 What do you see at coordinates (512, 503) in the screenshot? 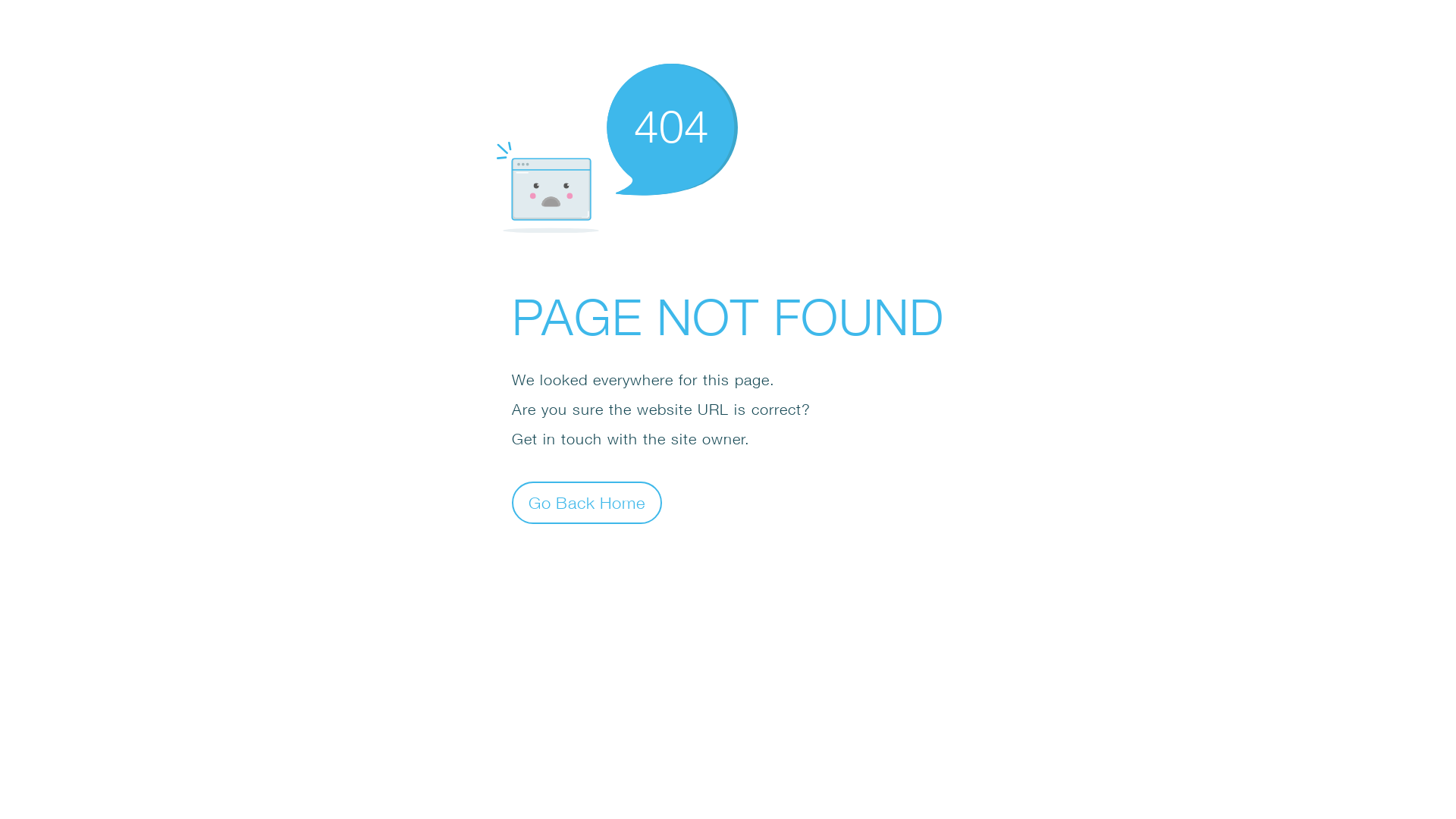
I see `'Go Back Home'` at bounding box center [512, 503].